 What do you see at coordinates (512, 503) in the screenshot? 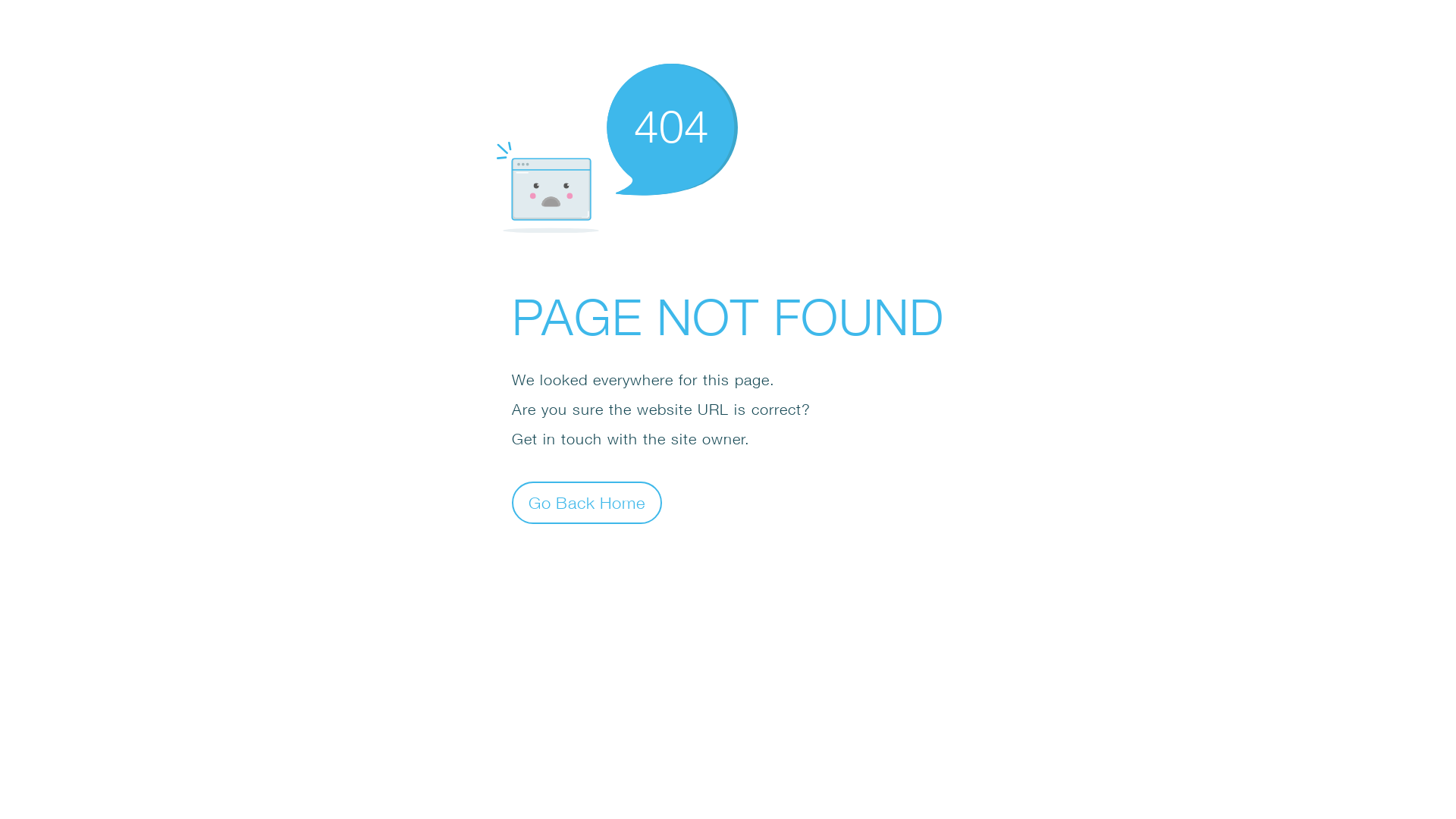
I see `'Go Back Home'` at bounding box center [512, 503].